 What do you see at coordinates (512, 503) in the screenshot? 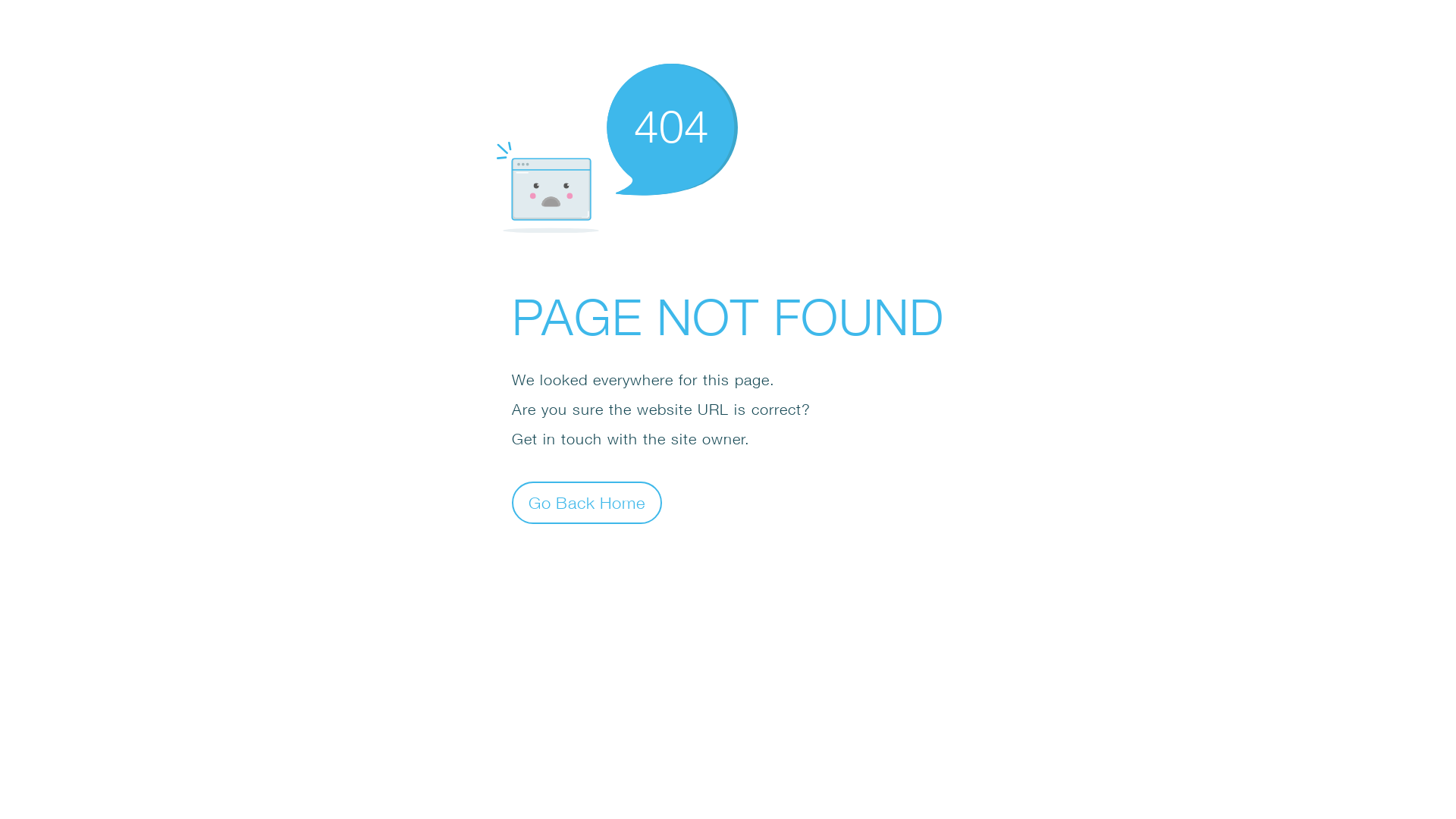
I see `'Go Back Home'` at bounding box center [512, 503].